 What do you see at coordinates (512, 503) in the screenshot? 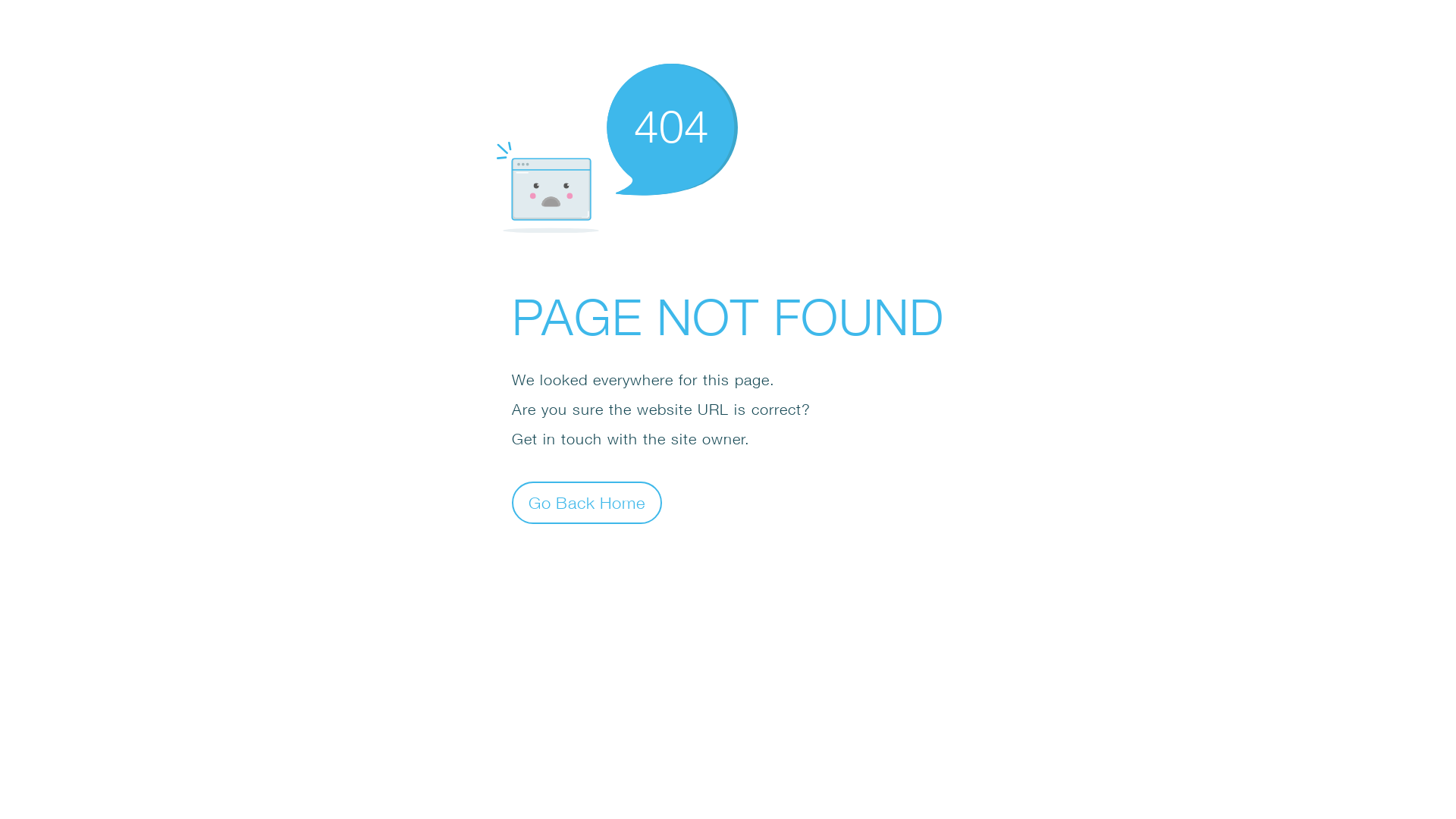
I see `'Go Back Home'` at bounding box center [512, 503].